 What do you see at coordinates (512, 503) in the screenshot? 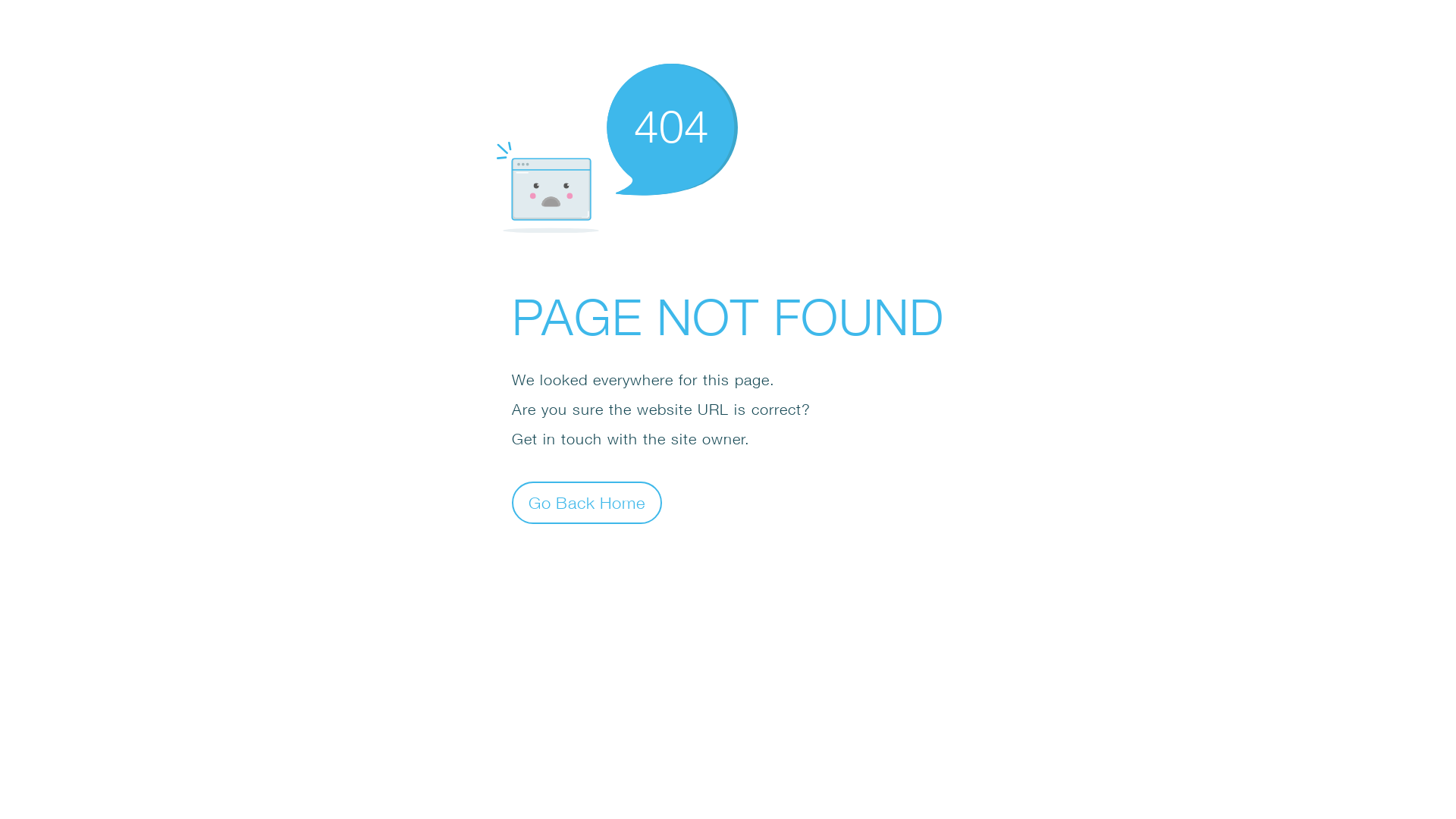
I see `'Go Back Home'` at bounding box center [512, 503].